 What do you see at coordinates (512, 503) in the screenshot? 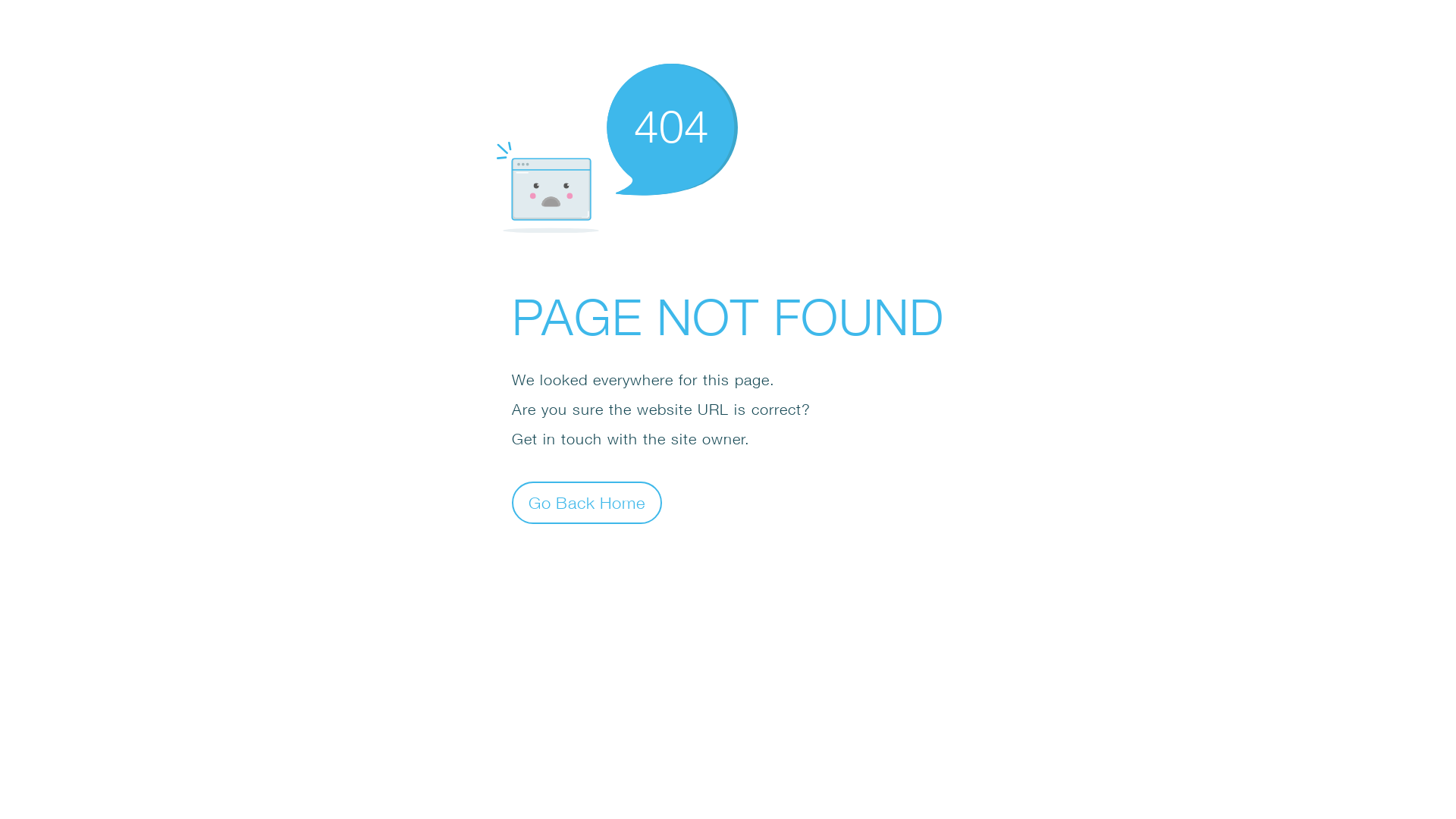
I see `'Go Back Home'` at bounding box center [512, 503].